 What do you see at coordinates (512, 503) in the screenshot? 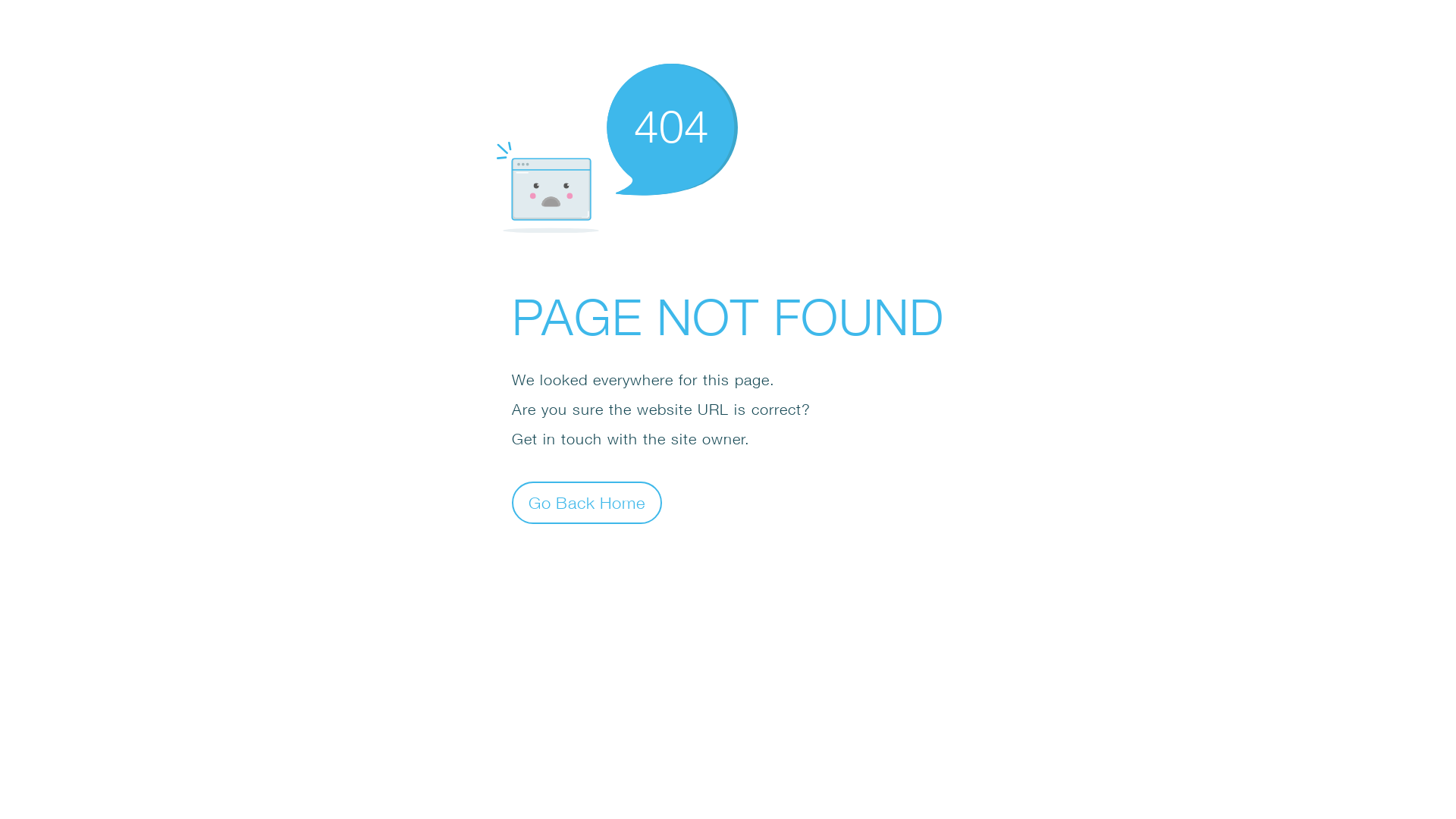
I see `'Go Back Home'` at bounding box center [512, 503].